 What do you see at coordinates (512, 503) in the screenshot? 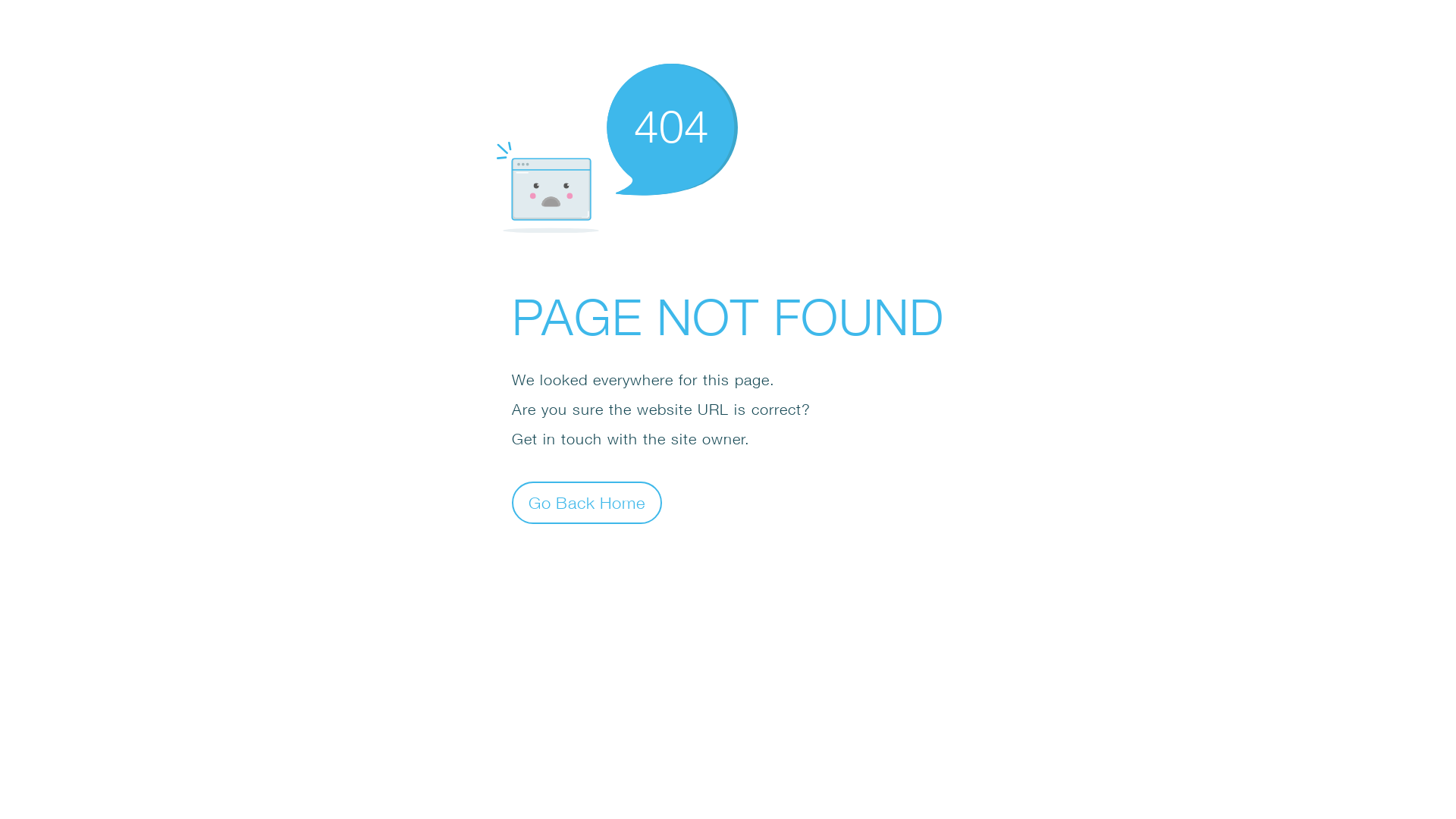
I see `'Go Back Home'` at bounding box center [512, 503].